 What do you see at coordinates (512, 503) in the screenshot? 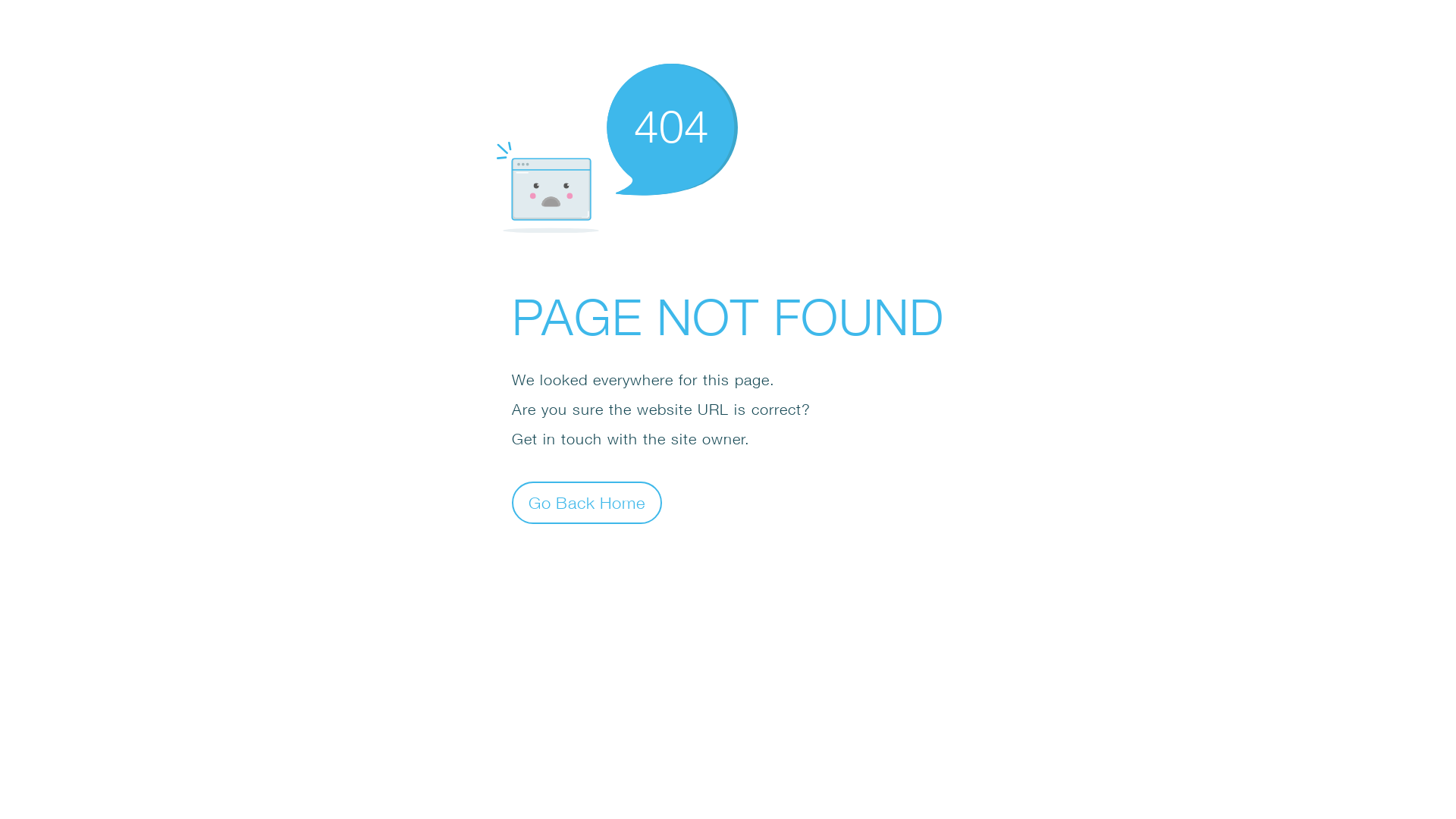
I see `'Go Back Home'` at bounding box center [512, 503].